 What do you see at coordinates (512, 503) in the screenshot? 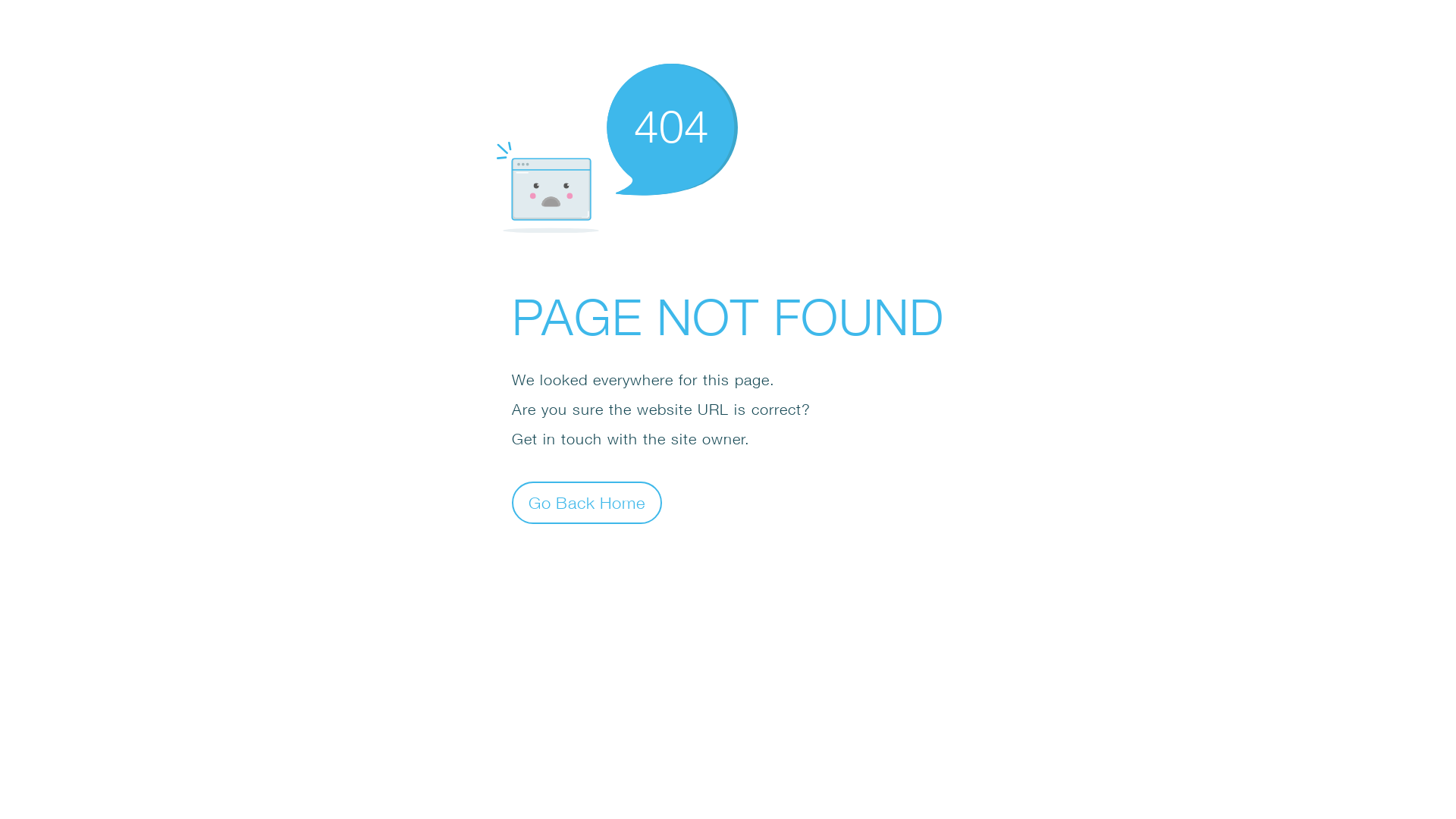
I see `'Go Back Home'` at bounding box center [512, 503].